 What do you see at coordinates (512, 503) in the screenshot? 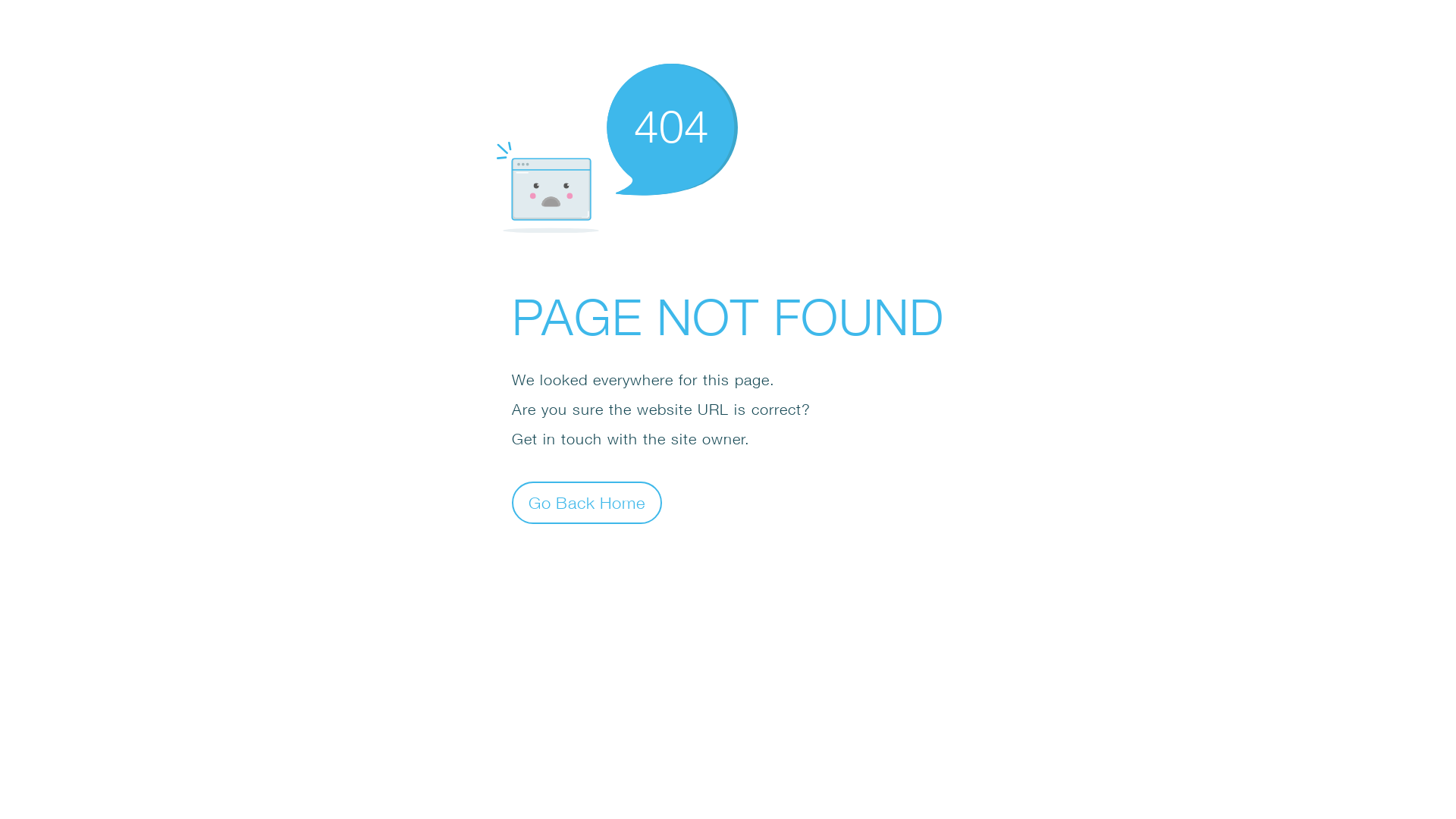
I see `'Go Back Home'` at bounding box center [512, 503].